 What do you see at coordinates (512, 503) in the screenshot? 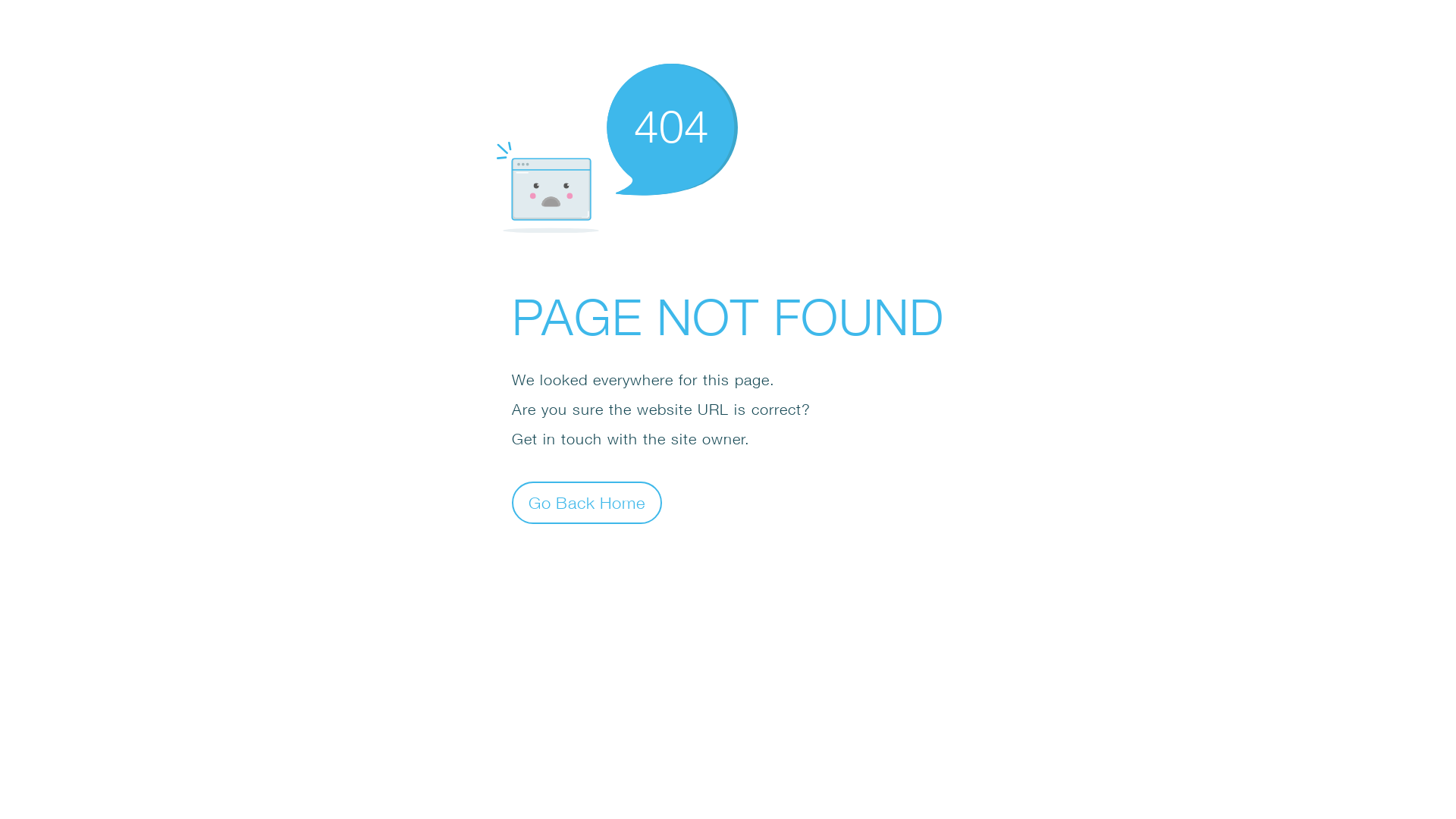
I see `'Go Back Home'` at bounding box center [512, 503].